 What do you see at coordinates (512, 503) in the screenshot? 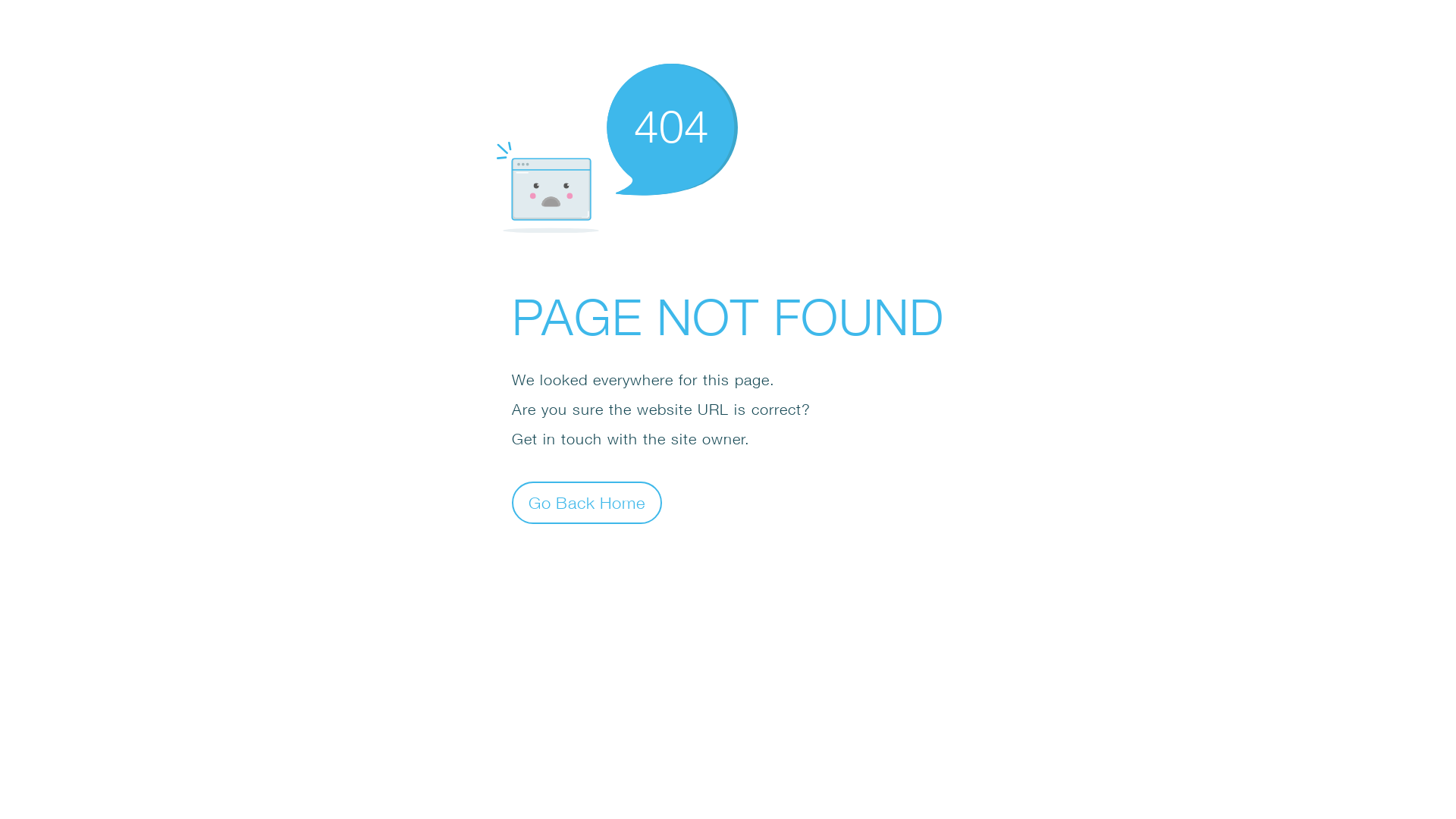
I see `'Go Back Home'` at bounding box center [512, 503].